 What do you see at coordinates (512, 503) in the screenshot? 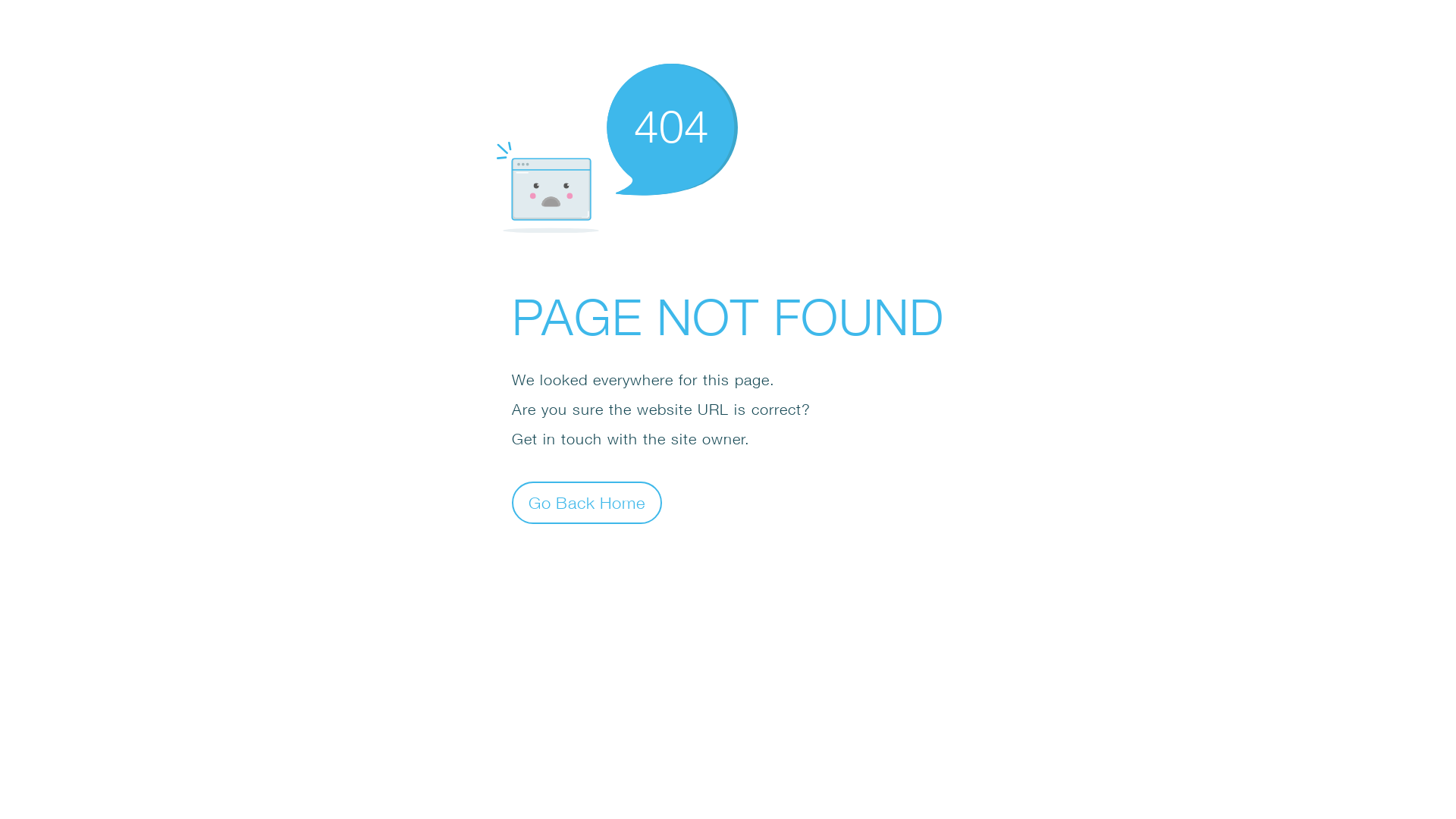
I see `'Go Back Home'` at bounding box center [512, 503].